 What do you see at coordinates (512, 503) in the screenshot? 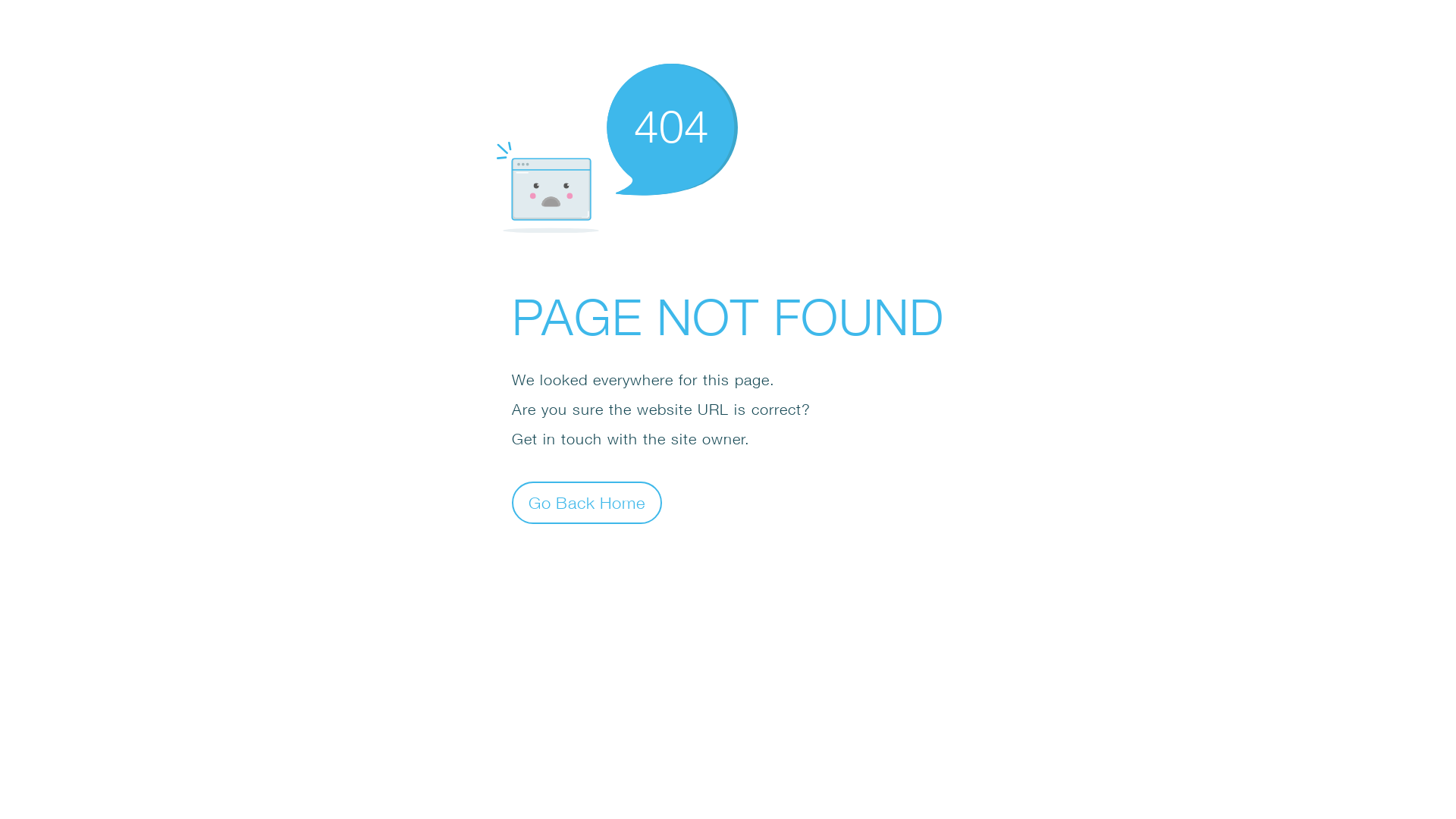
I see `'Go Back Home'` at bounding box center [512, 503].